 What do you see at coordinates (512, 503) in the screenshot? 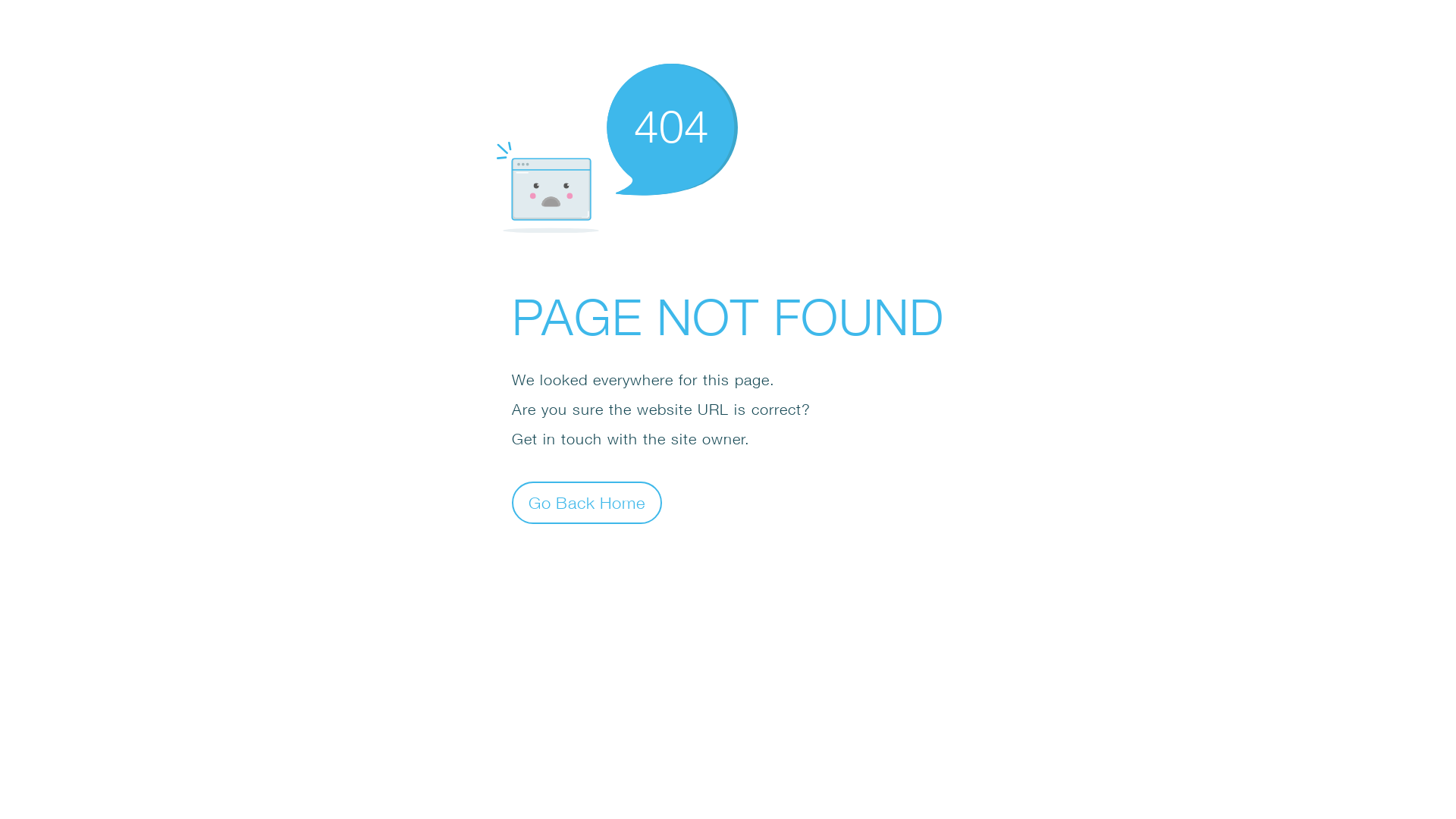
I see `'Go Back Home'` at bounding box center [512, 503].